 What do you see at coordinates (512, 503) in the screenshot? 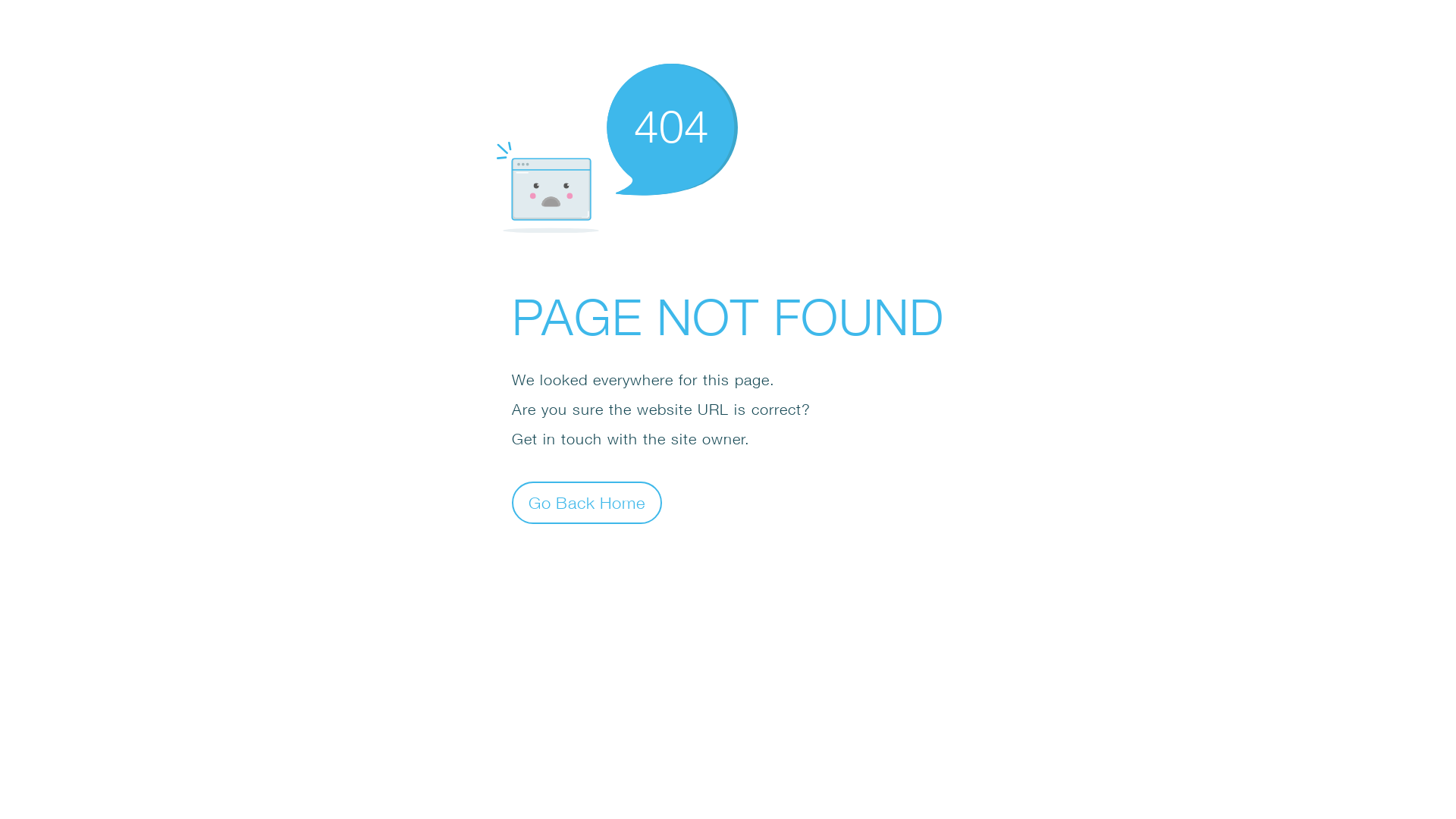
I see `'Go Back Home'` at bounding box center [512, 503].